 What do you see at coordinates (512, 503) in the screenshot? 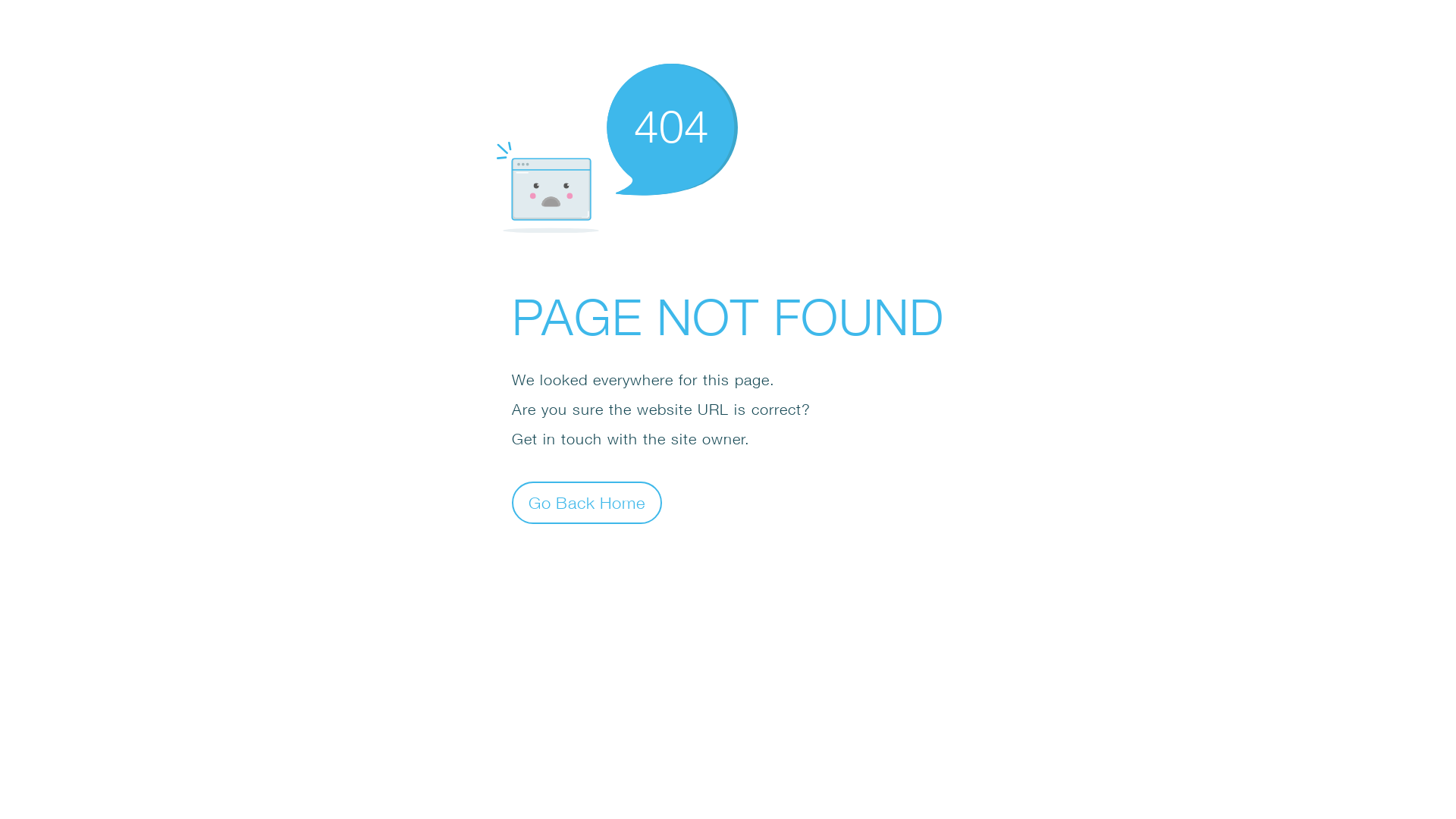
I see `'Go Back Home'` at bounding box center [512, 503].